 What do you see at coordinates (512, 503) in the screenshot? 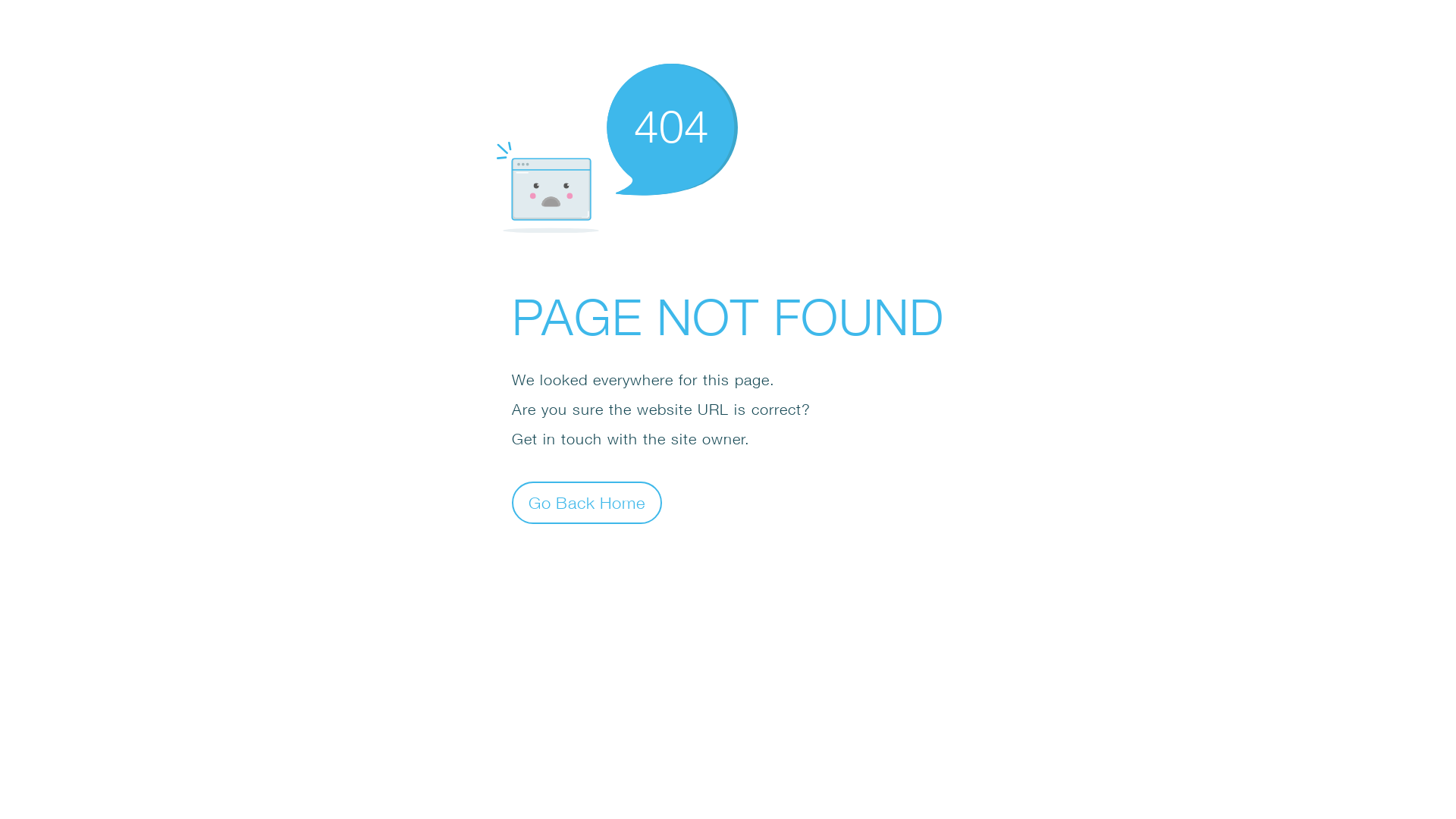
I see `'Go Back Home'` at bounding box center [512, 503].